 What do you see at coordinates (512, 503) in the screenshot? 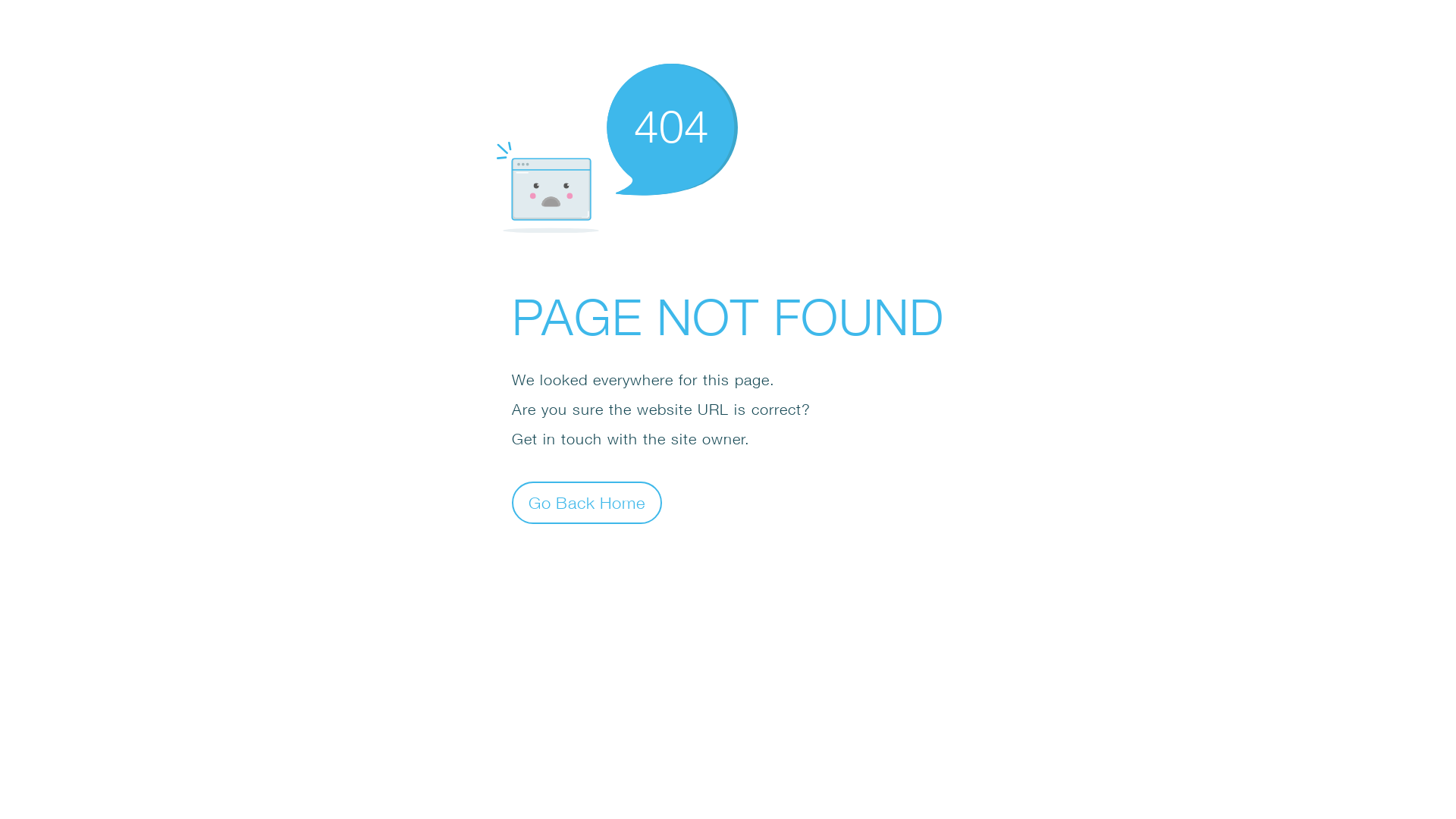
I see `'Go Back Home'` at bounding box center [512, 503].